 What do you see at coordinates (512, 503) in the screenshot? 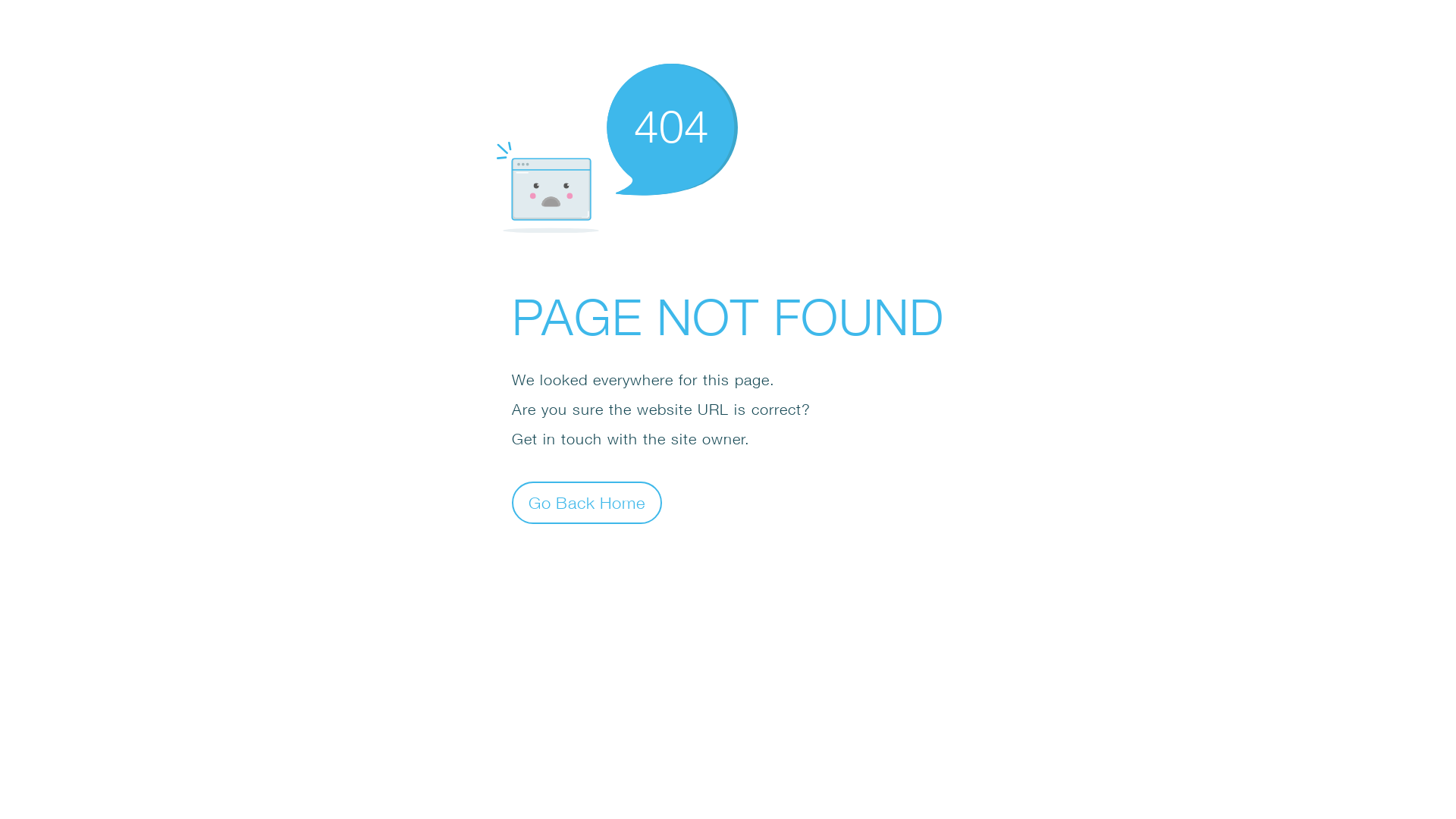
I see `'Go Back Home'` at bounding box center [512, 503].